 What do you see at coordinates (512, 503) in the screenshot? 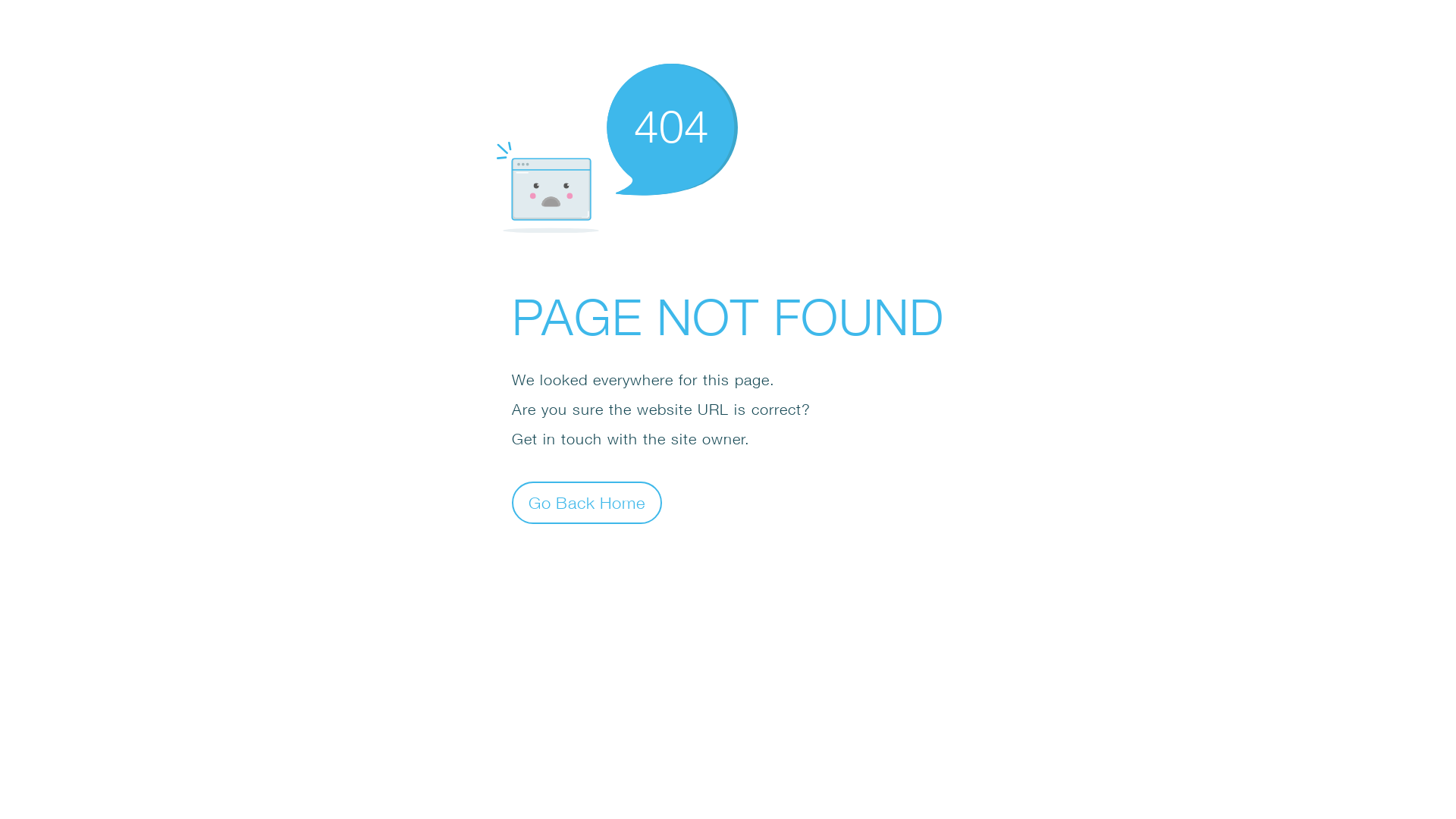
I see `'Go Back Home'` at bounding box center [512, 503].